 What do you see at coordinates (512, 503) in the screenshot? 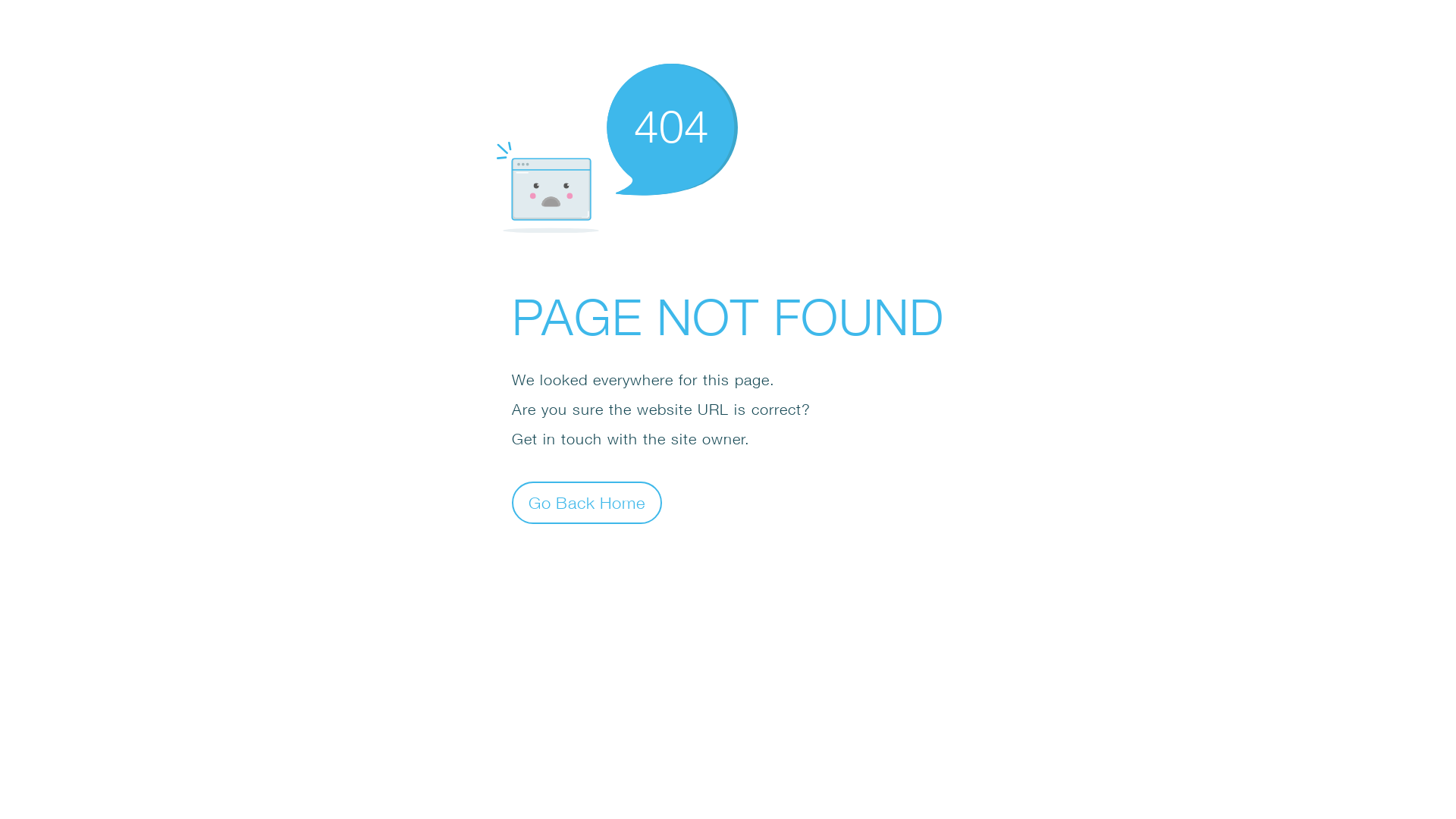
I see `'Go Back Home'` at bounding box center [512, 503].